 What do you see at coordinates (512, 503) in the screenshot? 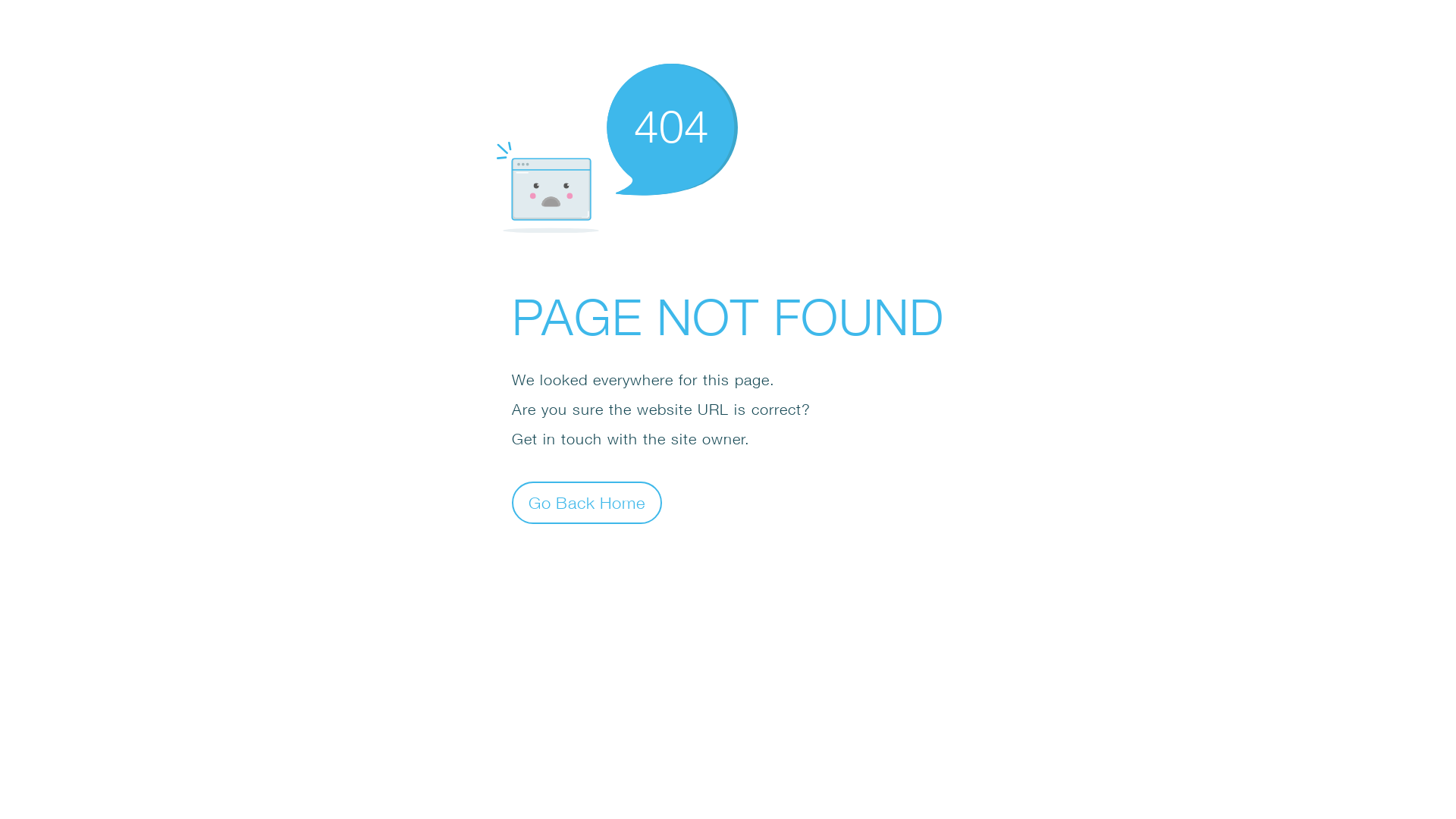
I see `'Go Back Home'` at bounding box center [512, 503].